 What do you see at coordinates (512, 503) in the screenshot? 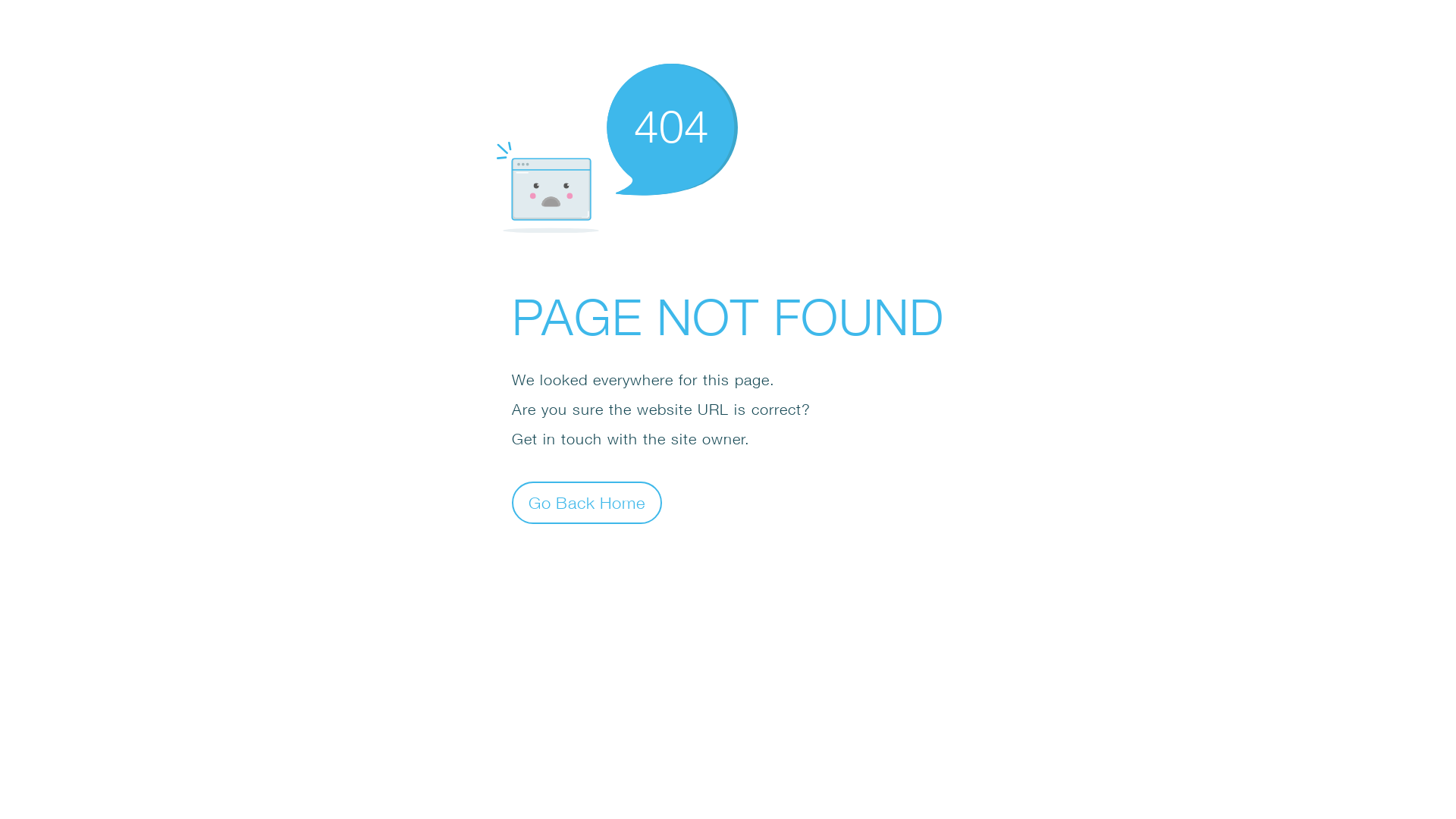
I see `'Go Back Home'` at bounding box center [512, 503].